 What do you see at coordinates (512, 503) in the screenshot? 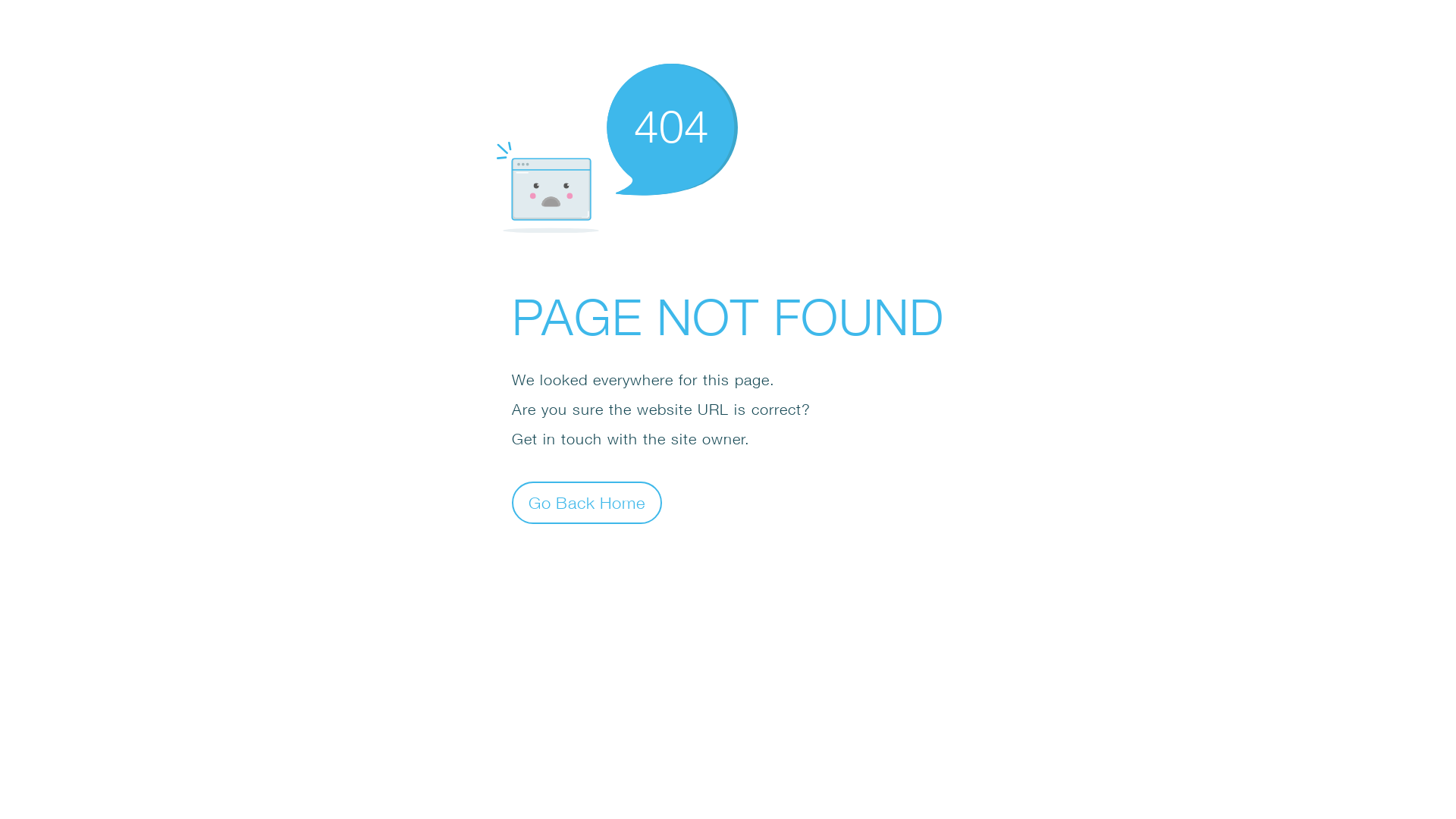
I see `'Go Back Home'` at bounding box center [512, 503].